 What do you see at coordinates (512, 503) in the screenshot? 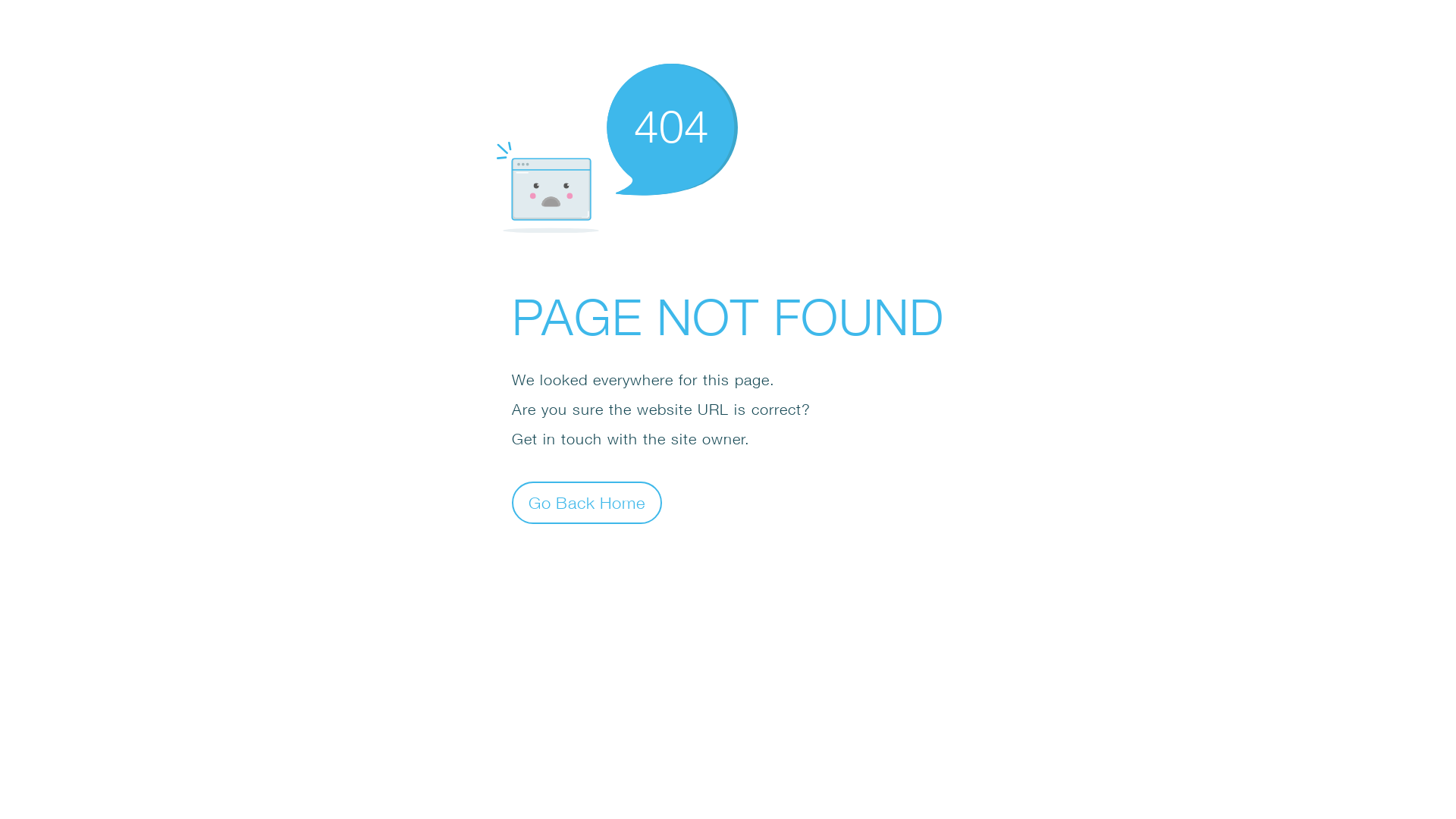
I see `'Go Back Home'` at bounding box center [512, 503].